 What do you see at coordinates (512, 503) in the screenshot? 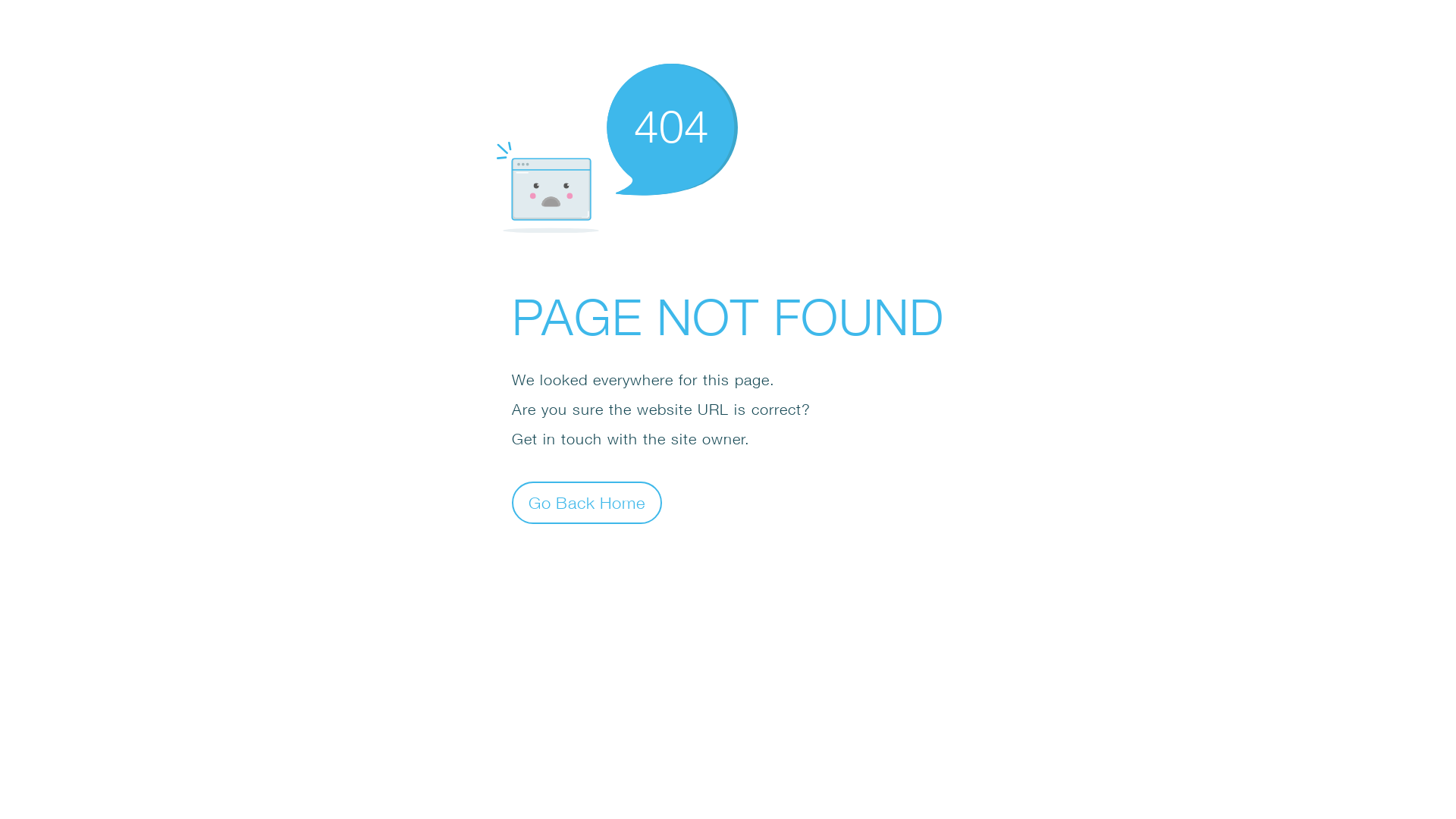
I see `'Go Back Home'` at bounding box center [512, 503].